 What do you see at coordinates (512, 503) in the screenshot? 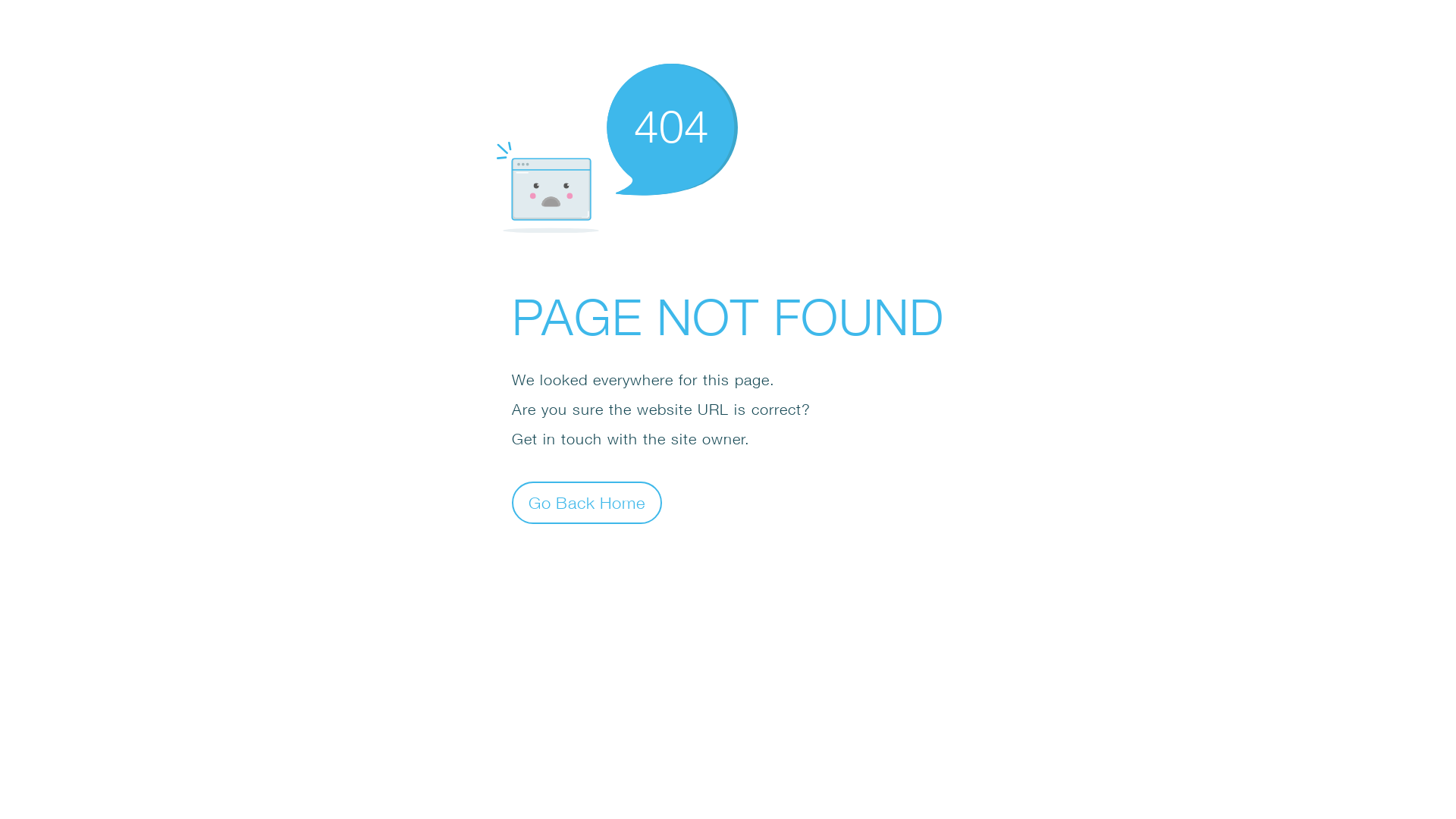
I see `'Go Back Home'` at bounding box center [512, 503].